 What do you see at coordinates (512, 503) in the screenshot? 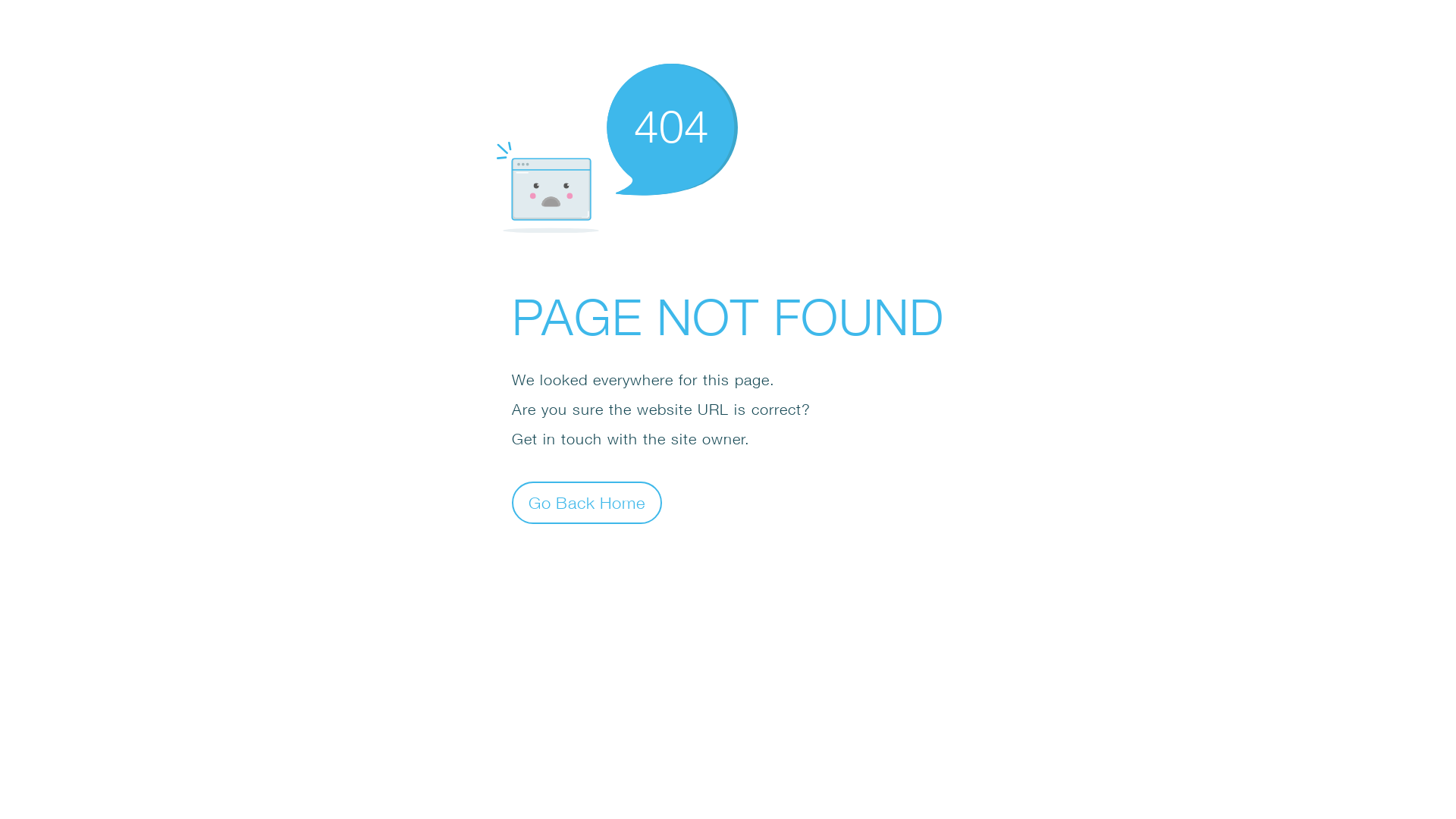
I see `'Go Back Home'` at bounding box center [512, 503].